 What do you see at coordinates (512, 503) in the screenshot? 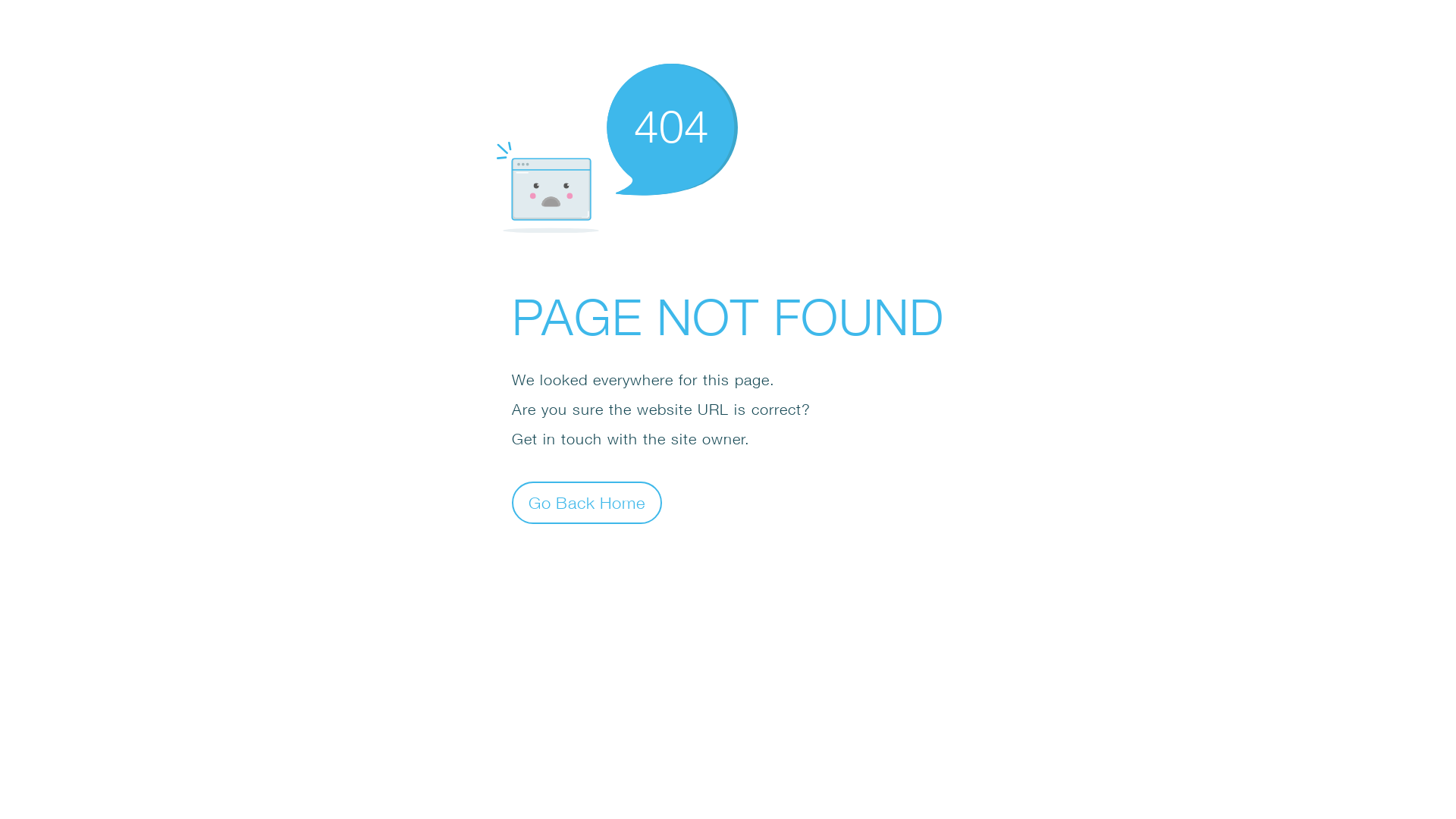
I see `'Go Back Home'` at bounding box center [512, 503].